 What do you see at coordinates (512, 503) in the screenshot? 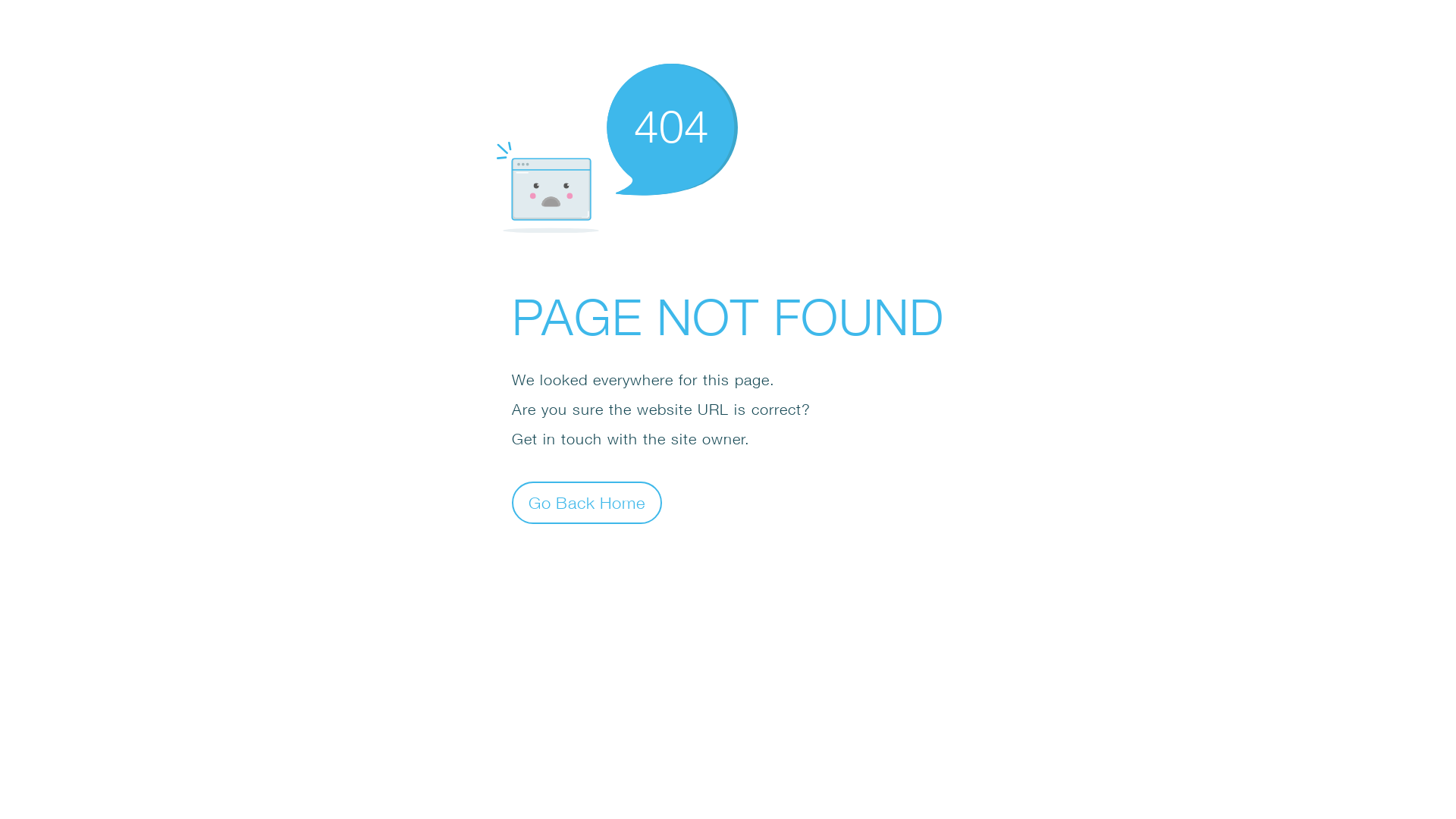
I see `'Go Back Home'` at bounding box center [512, 503].